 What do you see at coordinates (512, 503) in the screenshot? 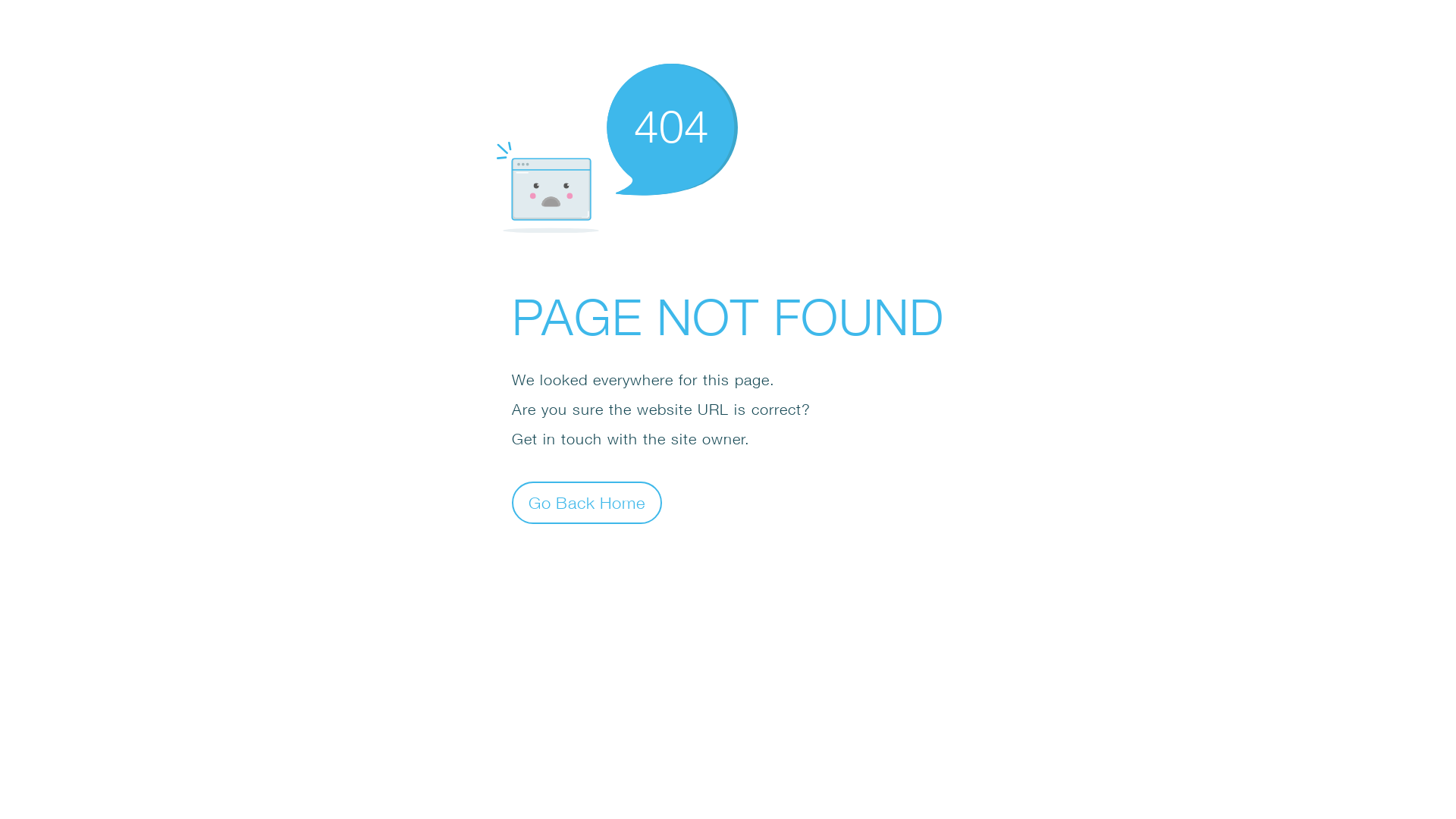
I see `'Go Back Home'` at bounding box center [512, 503].